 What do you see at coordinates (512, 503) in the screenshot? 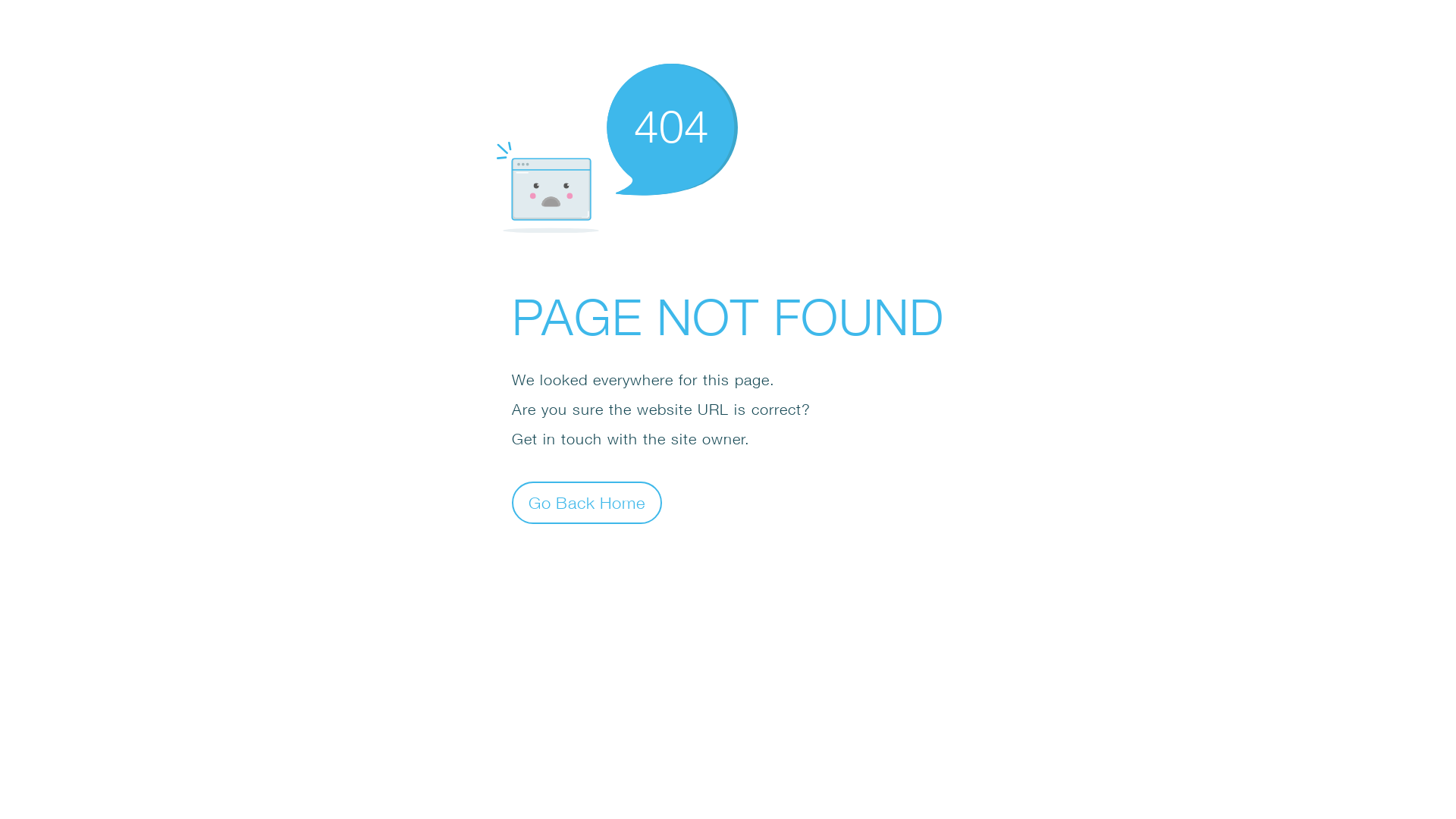
I see `'Go Back Home'` at bounding box center [512, 503].